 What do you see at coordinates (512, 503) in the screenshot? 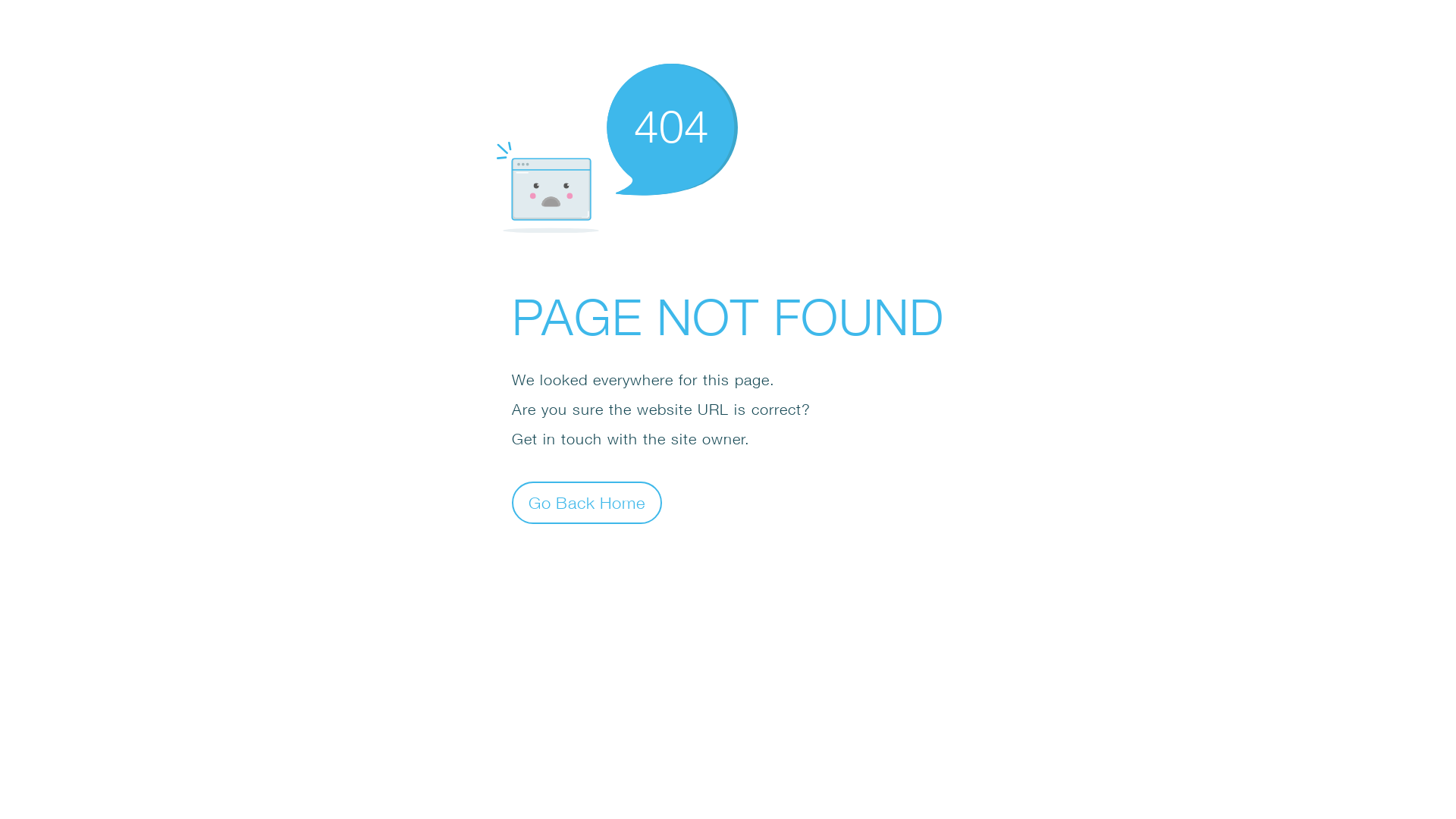
I see `'Go Back Home'` at bounding box center [512, 503].